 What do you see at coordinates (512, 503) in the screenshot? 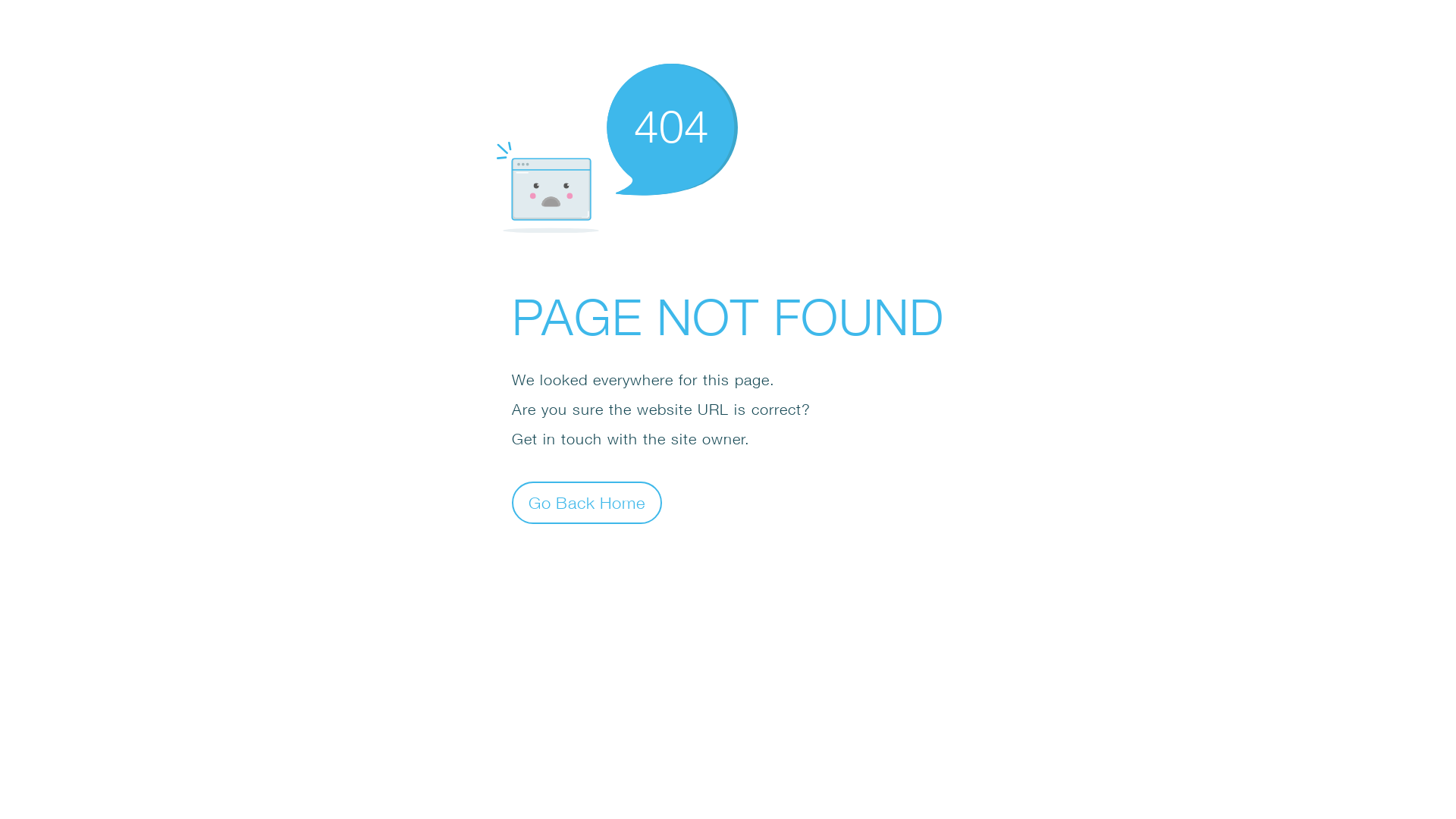
I see `'Go Back Home'` at bounding box center [512, 503].